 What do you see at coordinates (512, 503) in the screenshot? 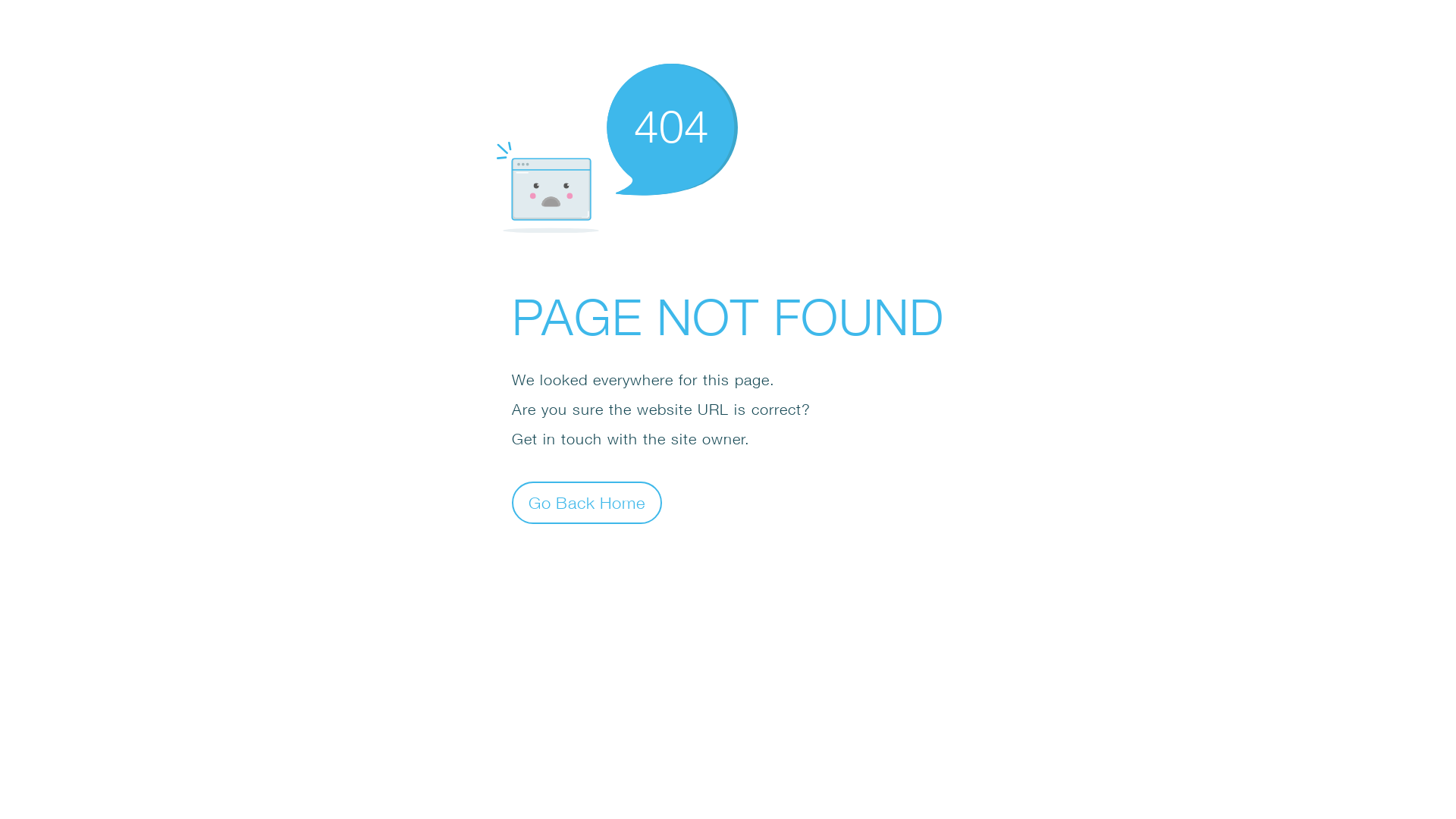
I see `'Go Back Home'` at bounding box center [512, 503].